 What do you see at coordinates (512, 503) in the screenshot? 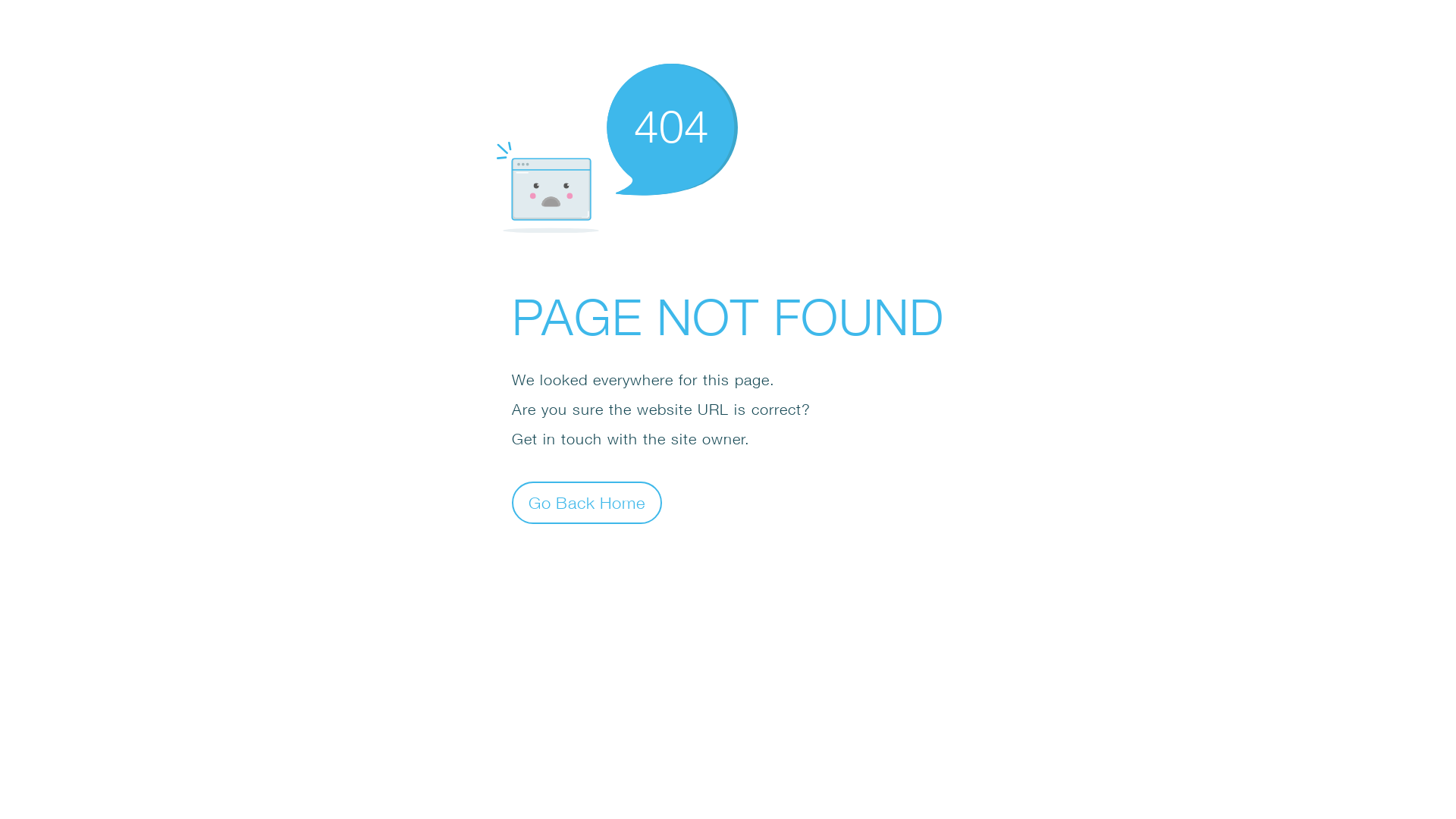
I see `'Go Back Home'` at bounding box center [512, 503].